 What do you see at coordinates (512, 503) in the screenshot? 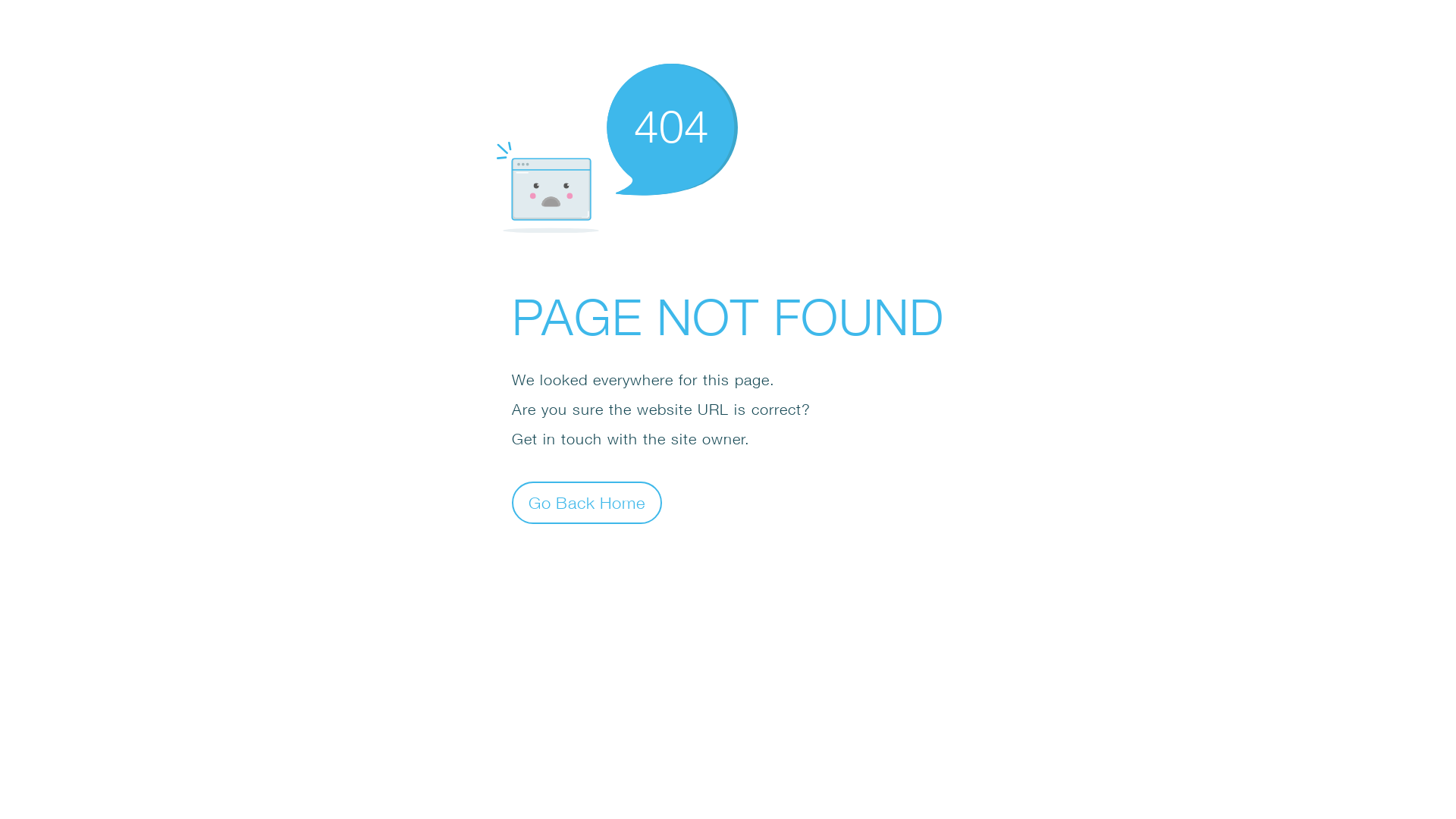
I see `'Go Back Home'` at bounding box center [512, 503].